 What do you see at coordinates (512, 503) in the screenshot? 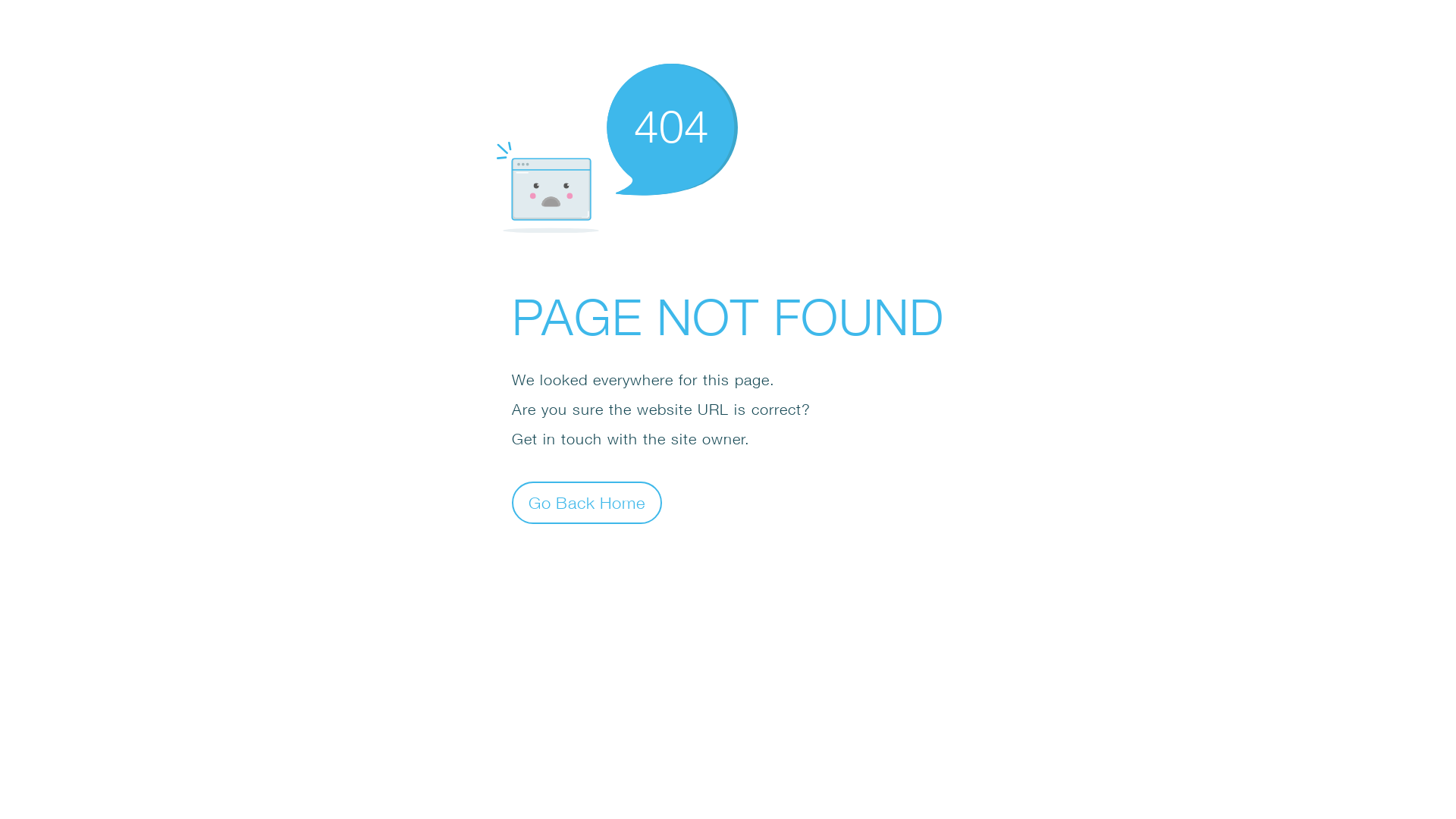
I see `'Go Back Home'` at bounding box center [512, 503].